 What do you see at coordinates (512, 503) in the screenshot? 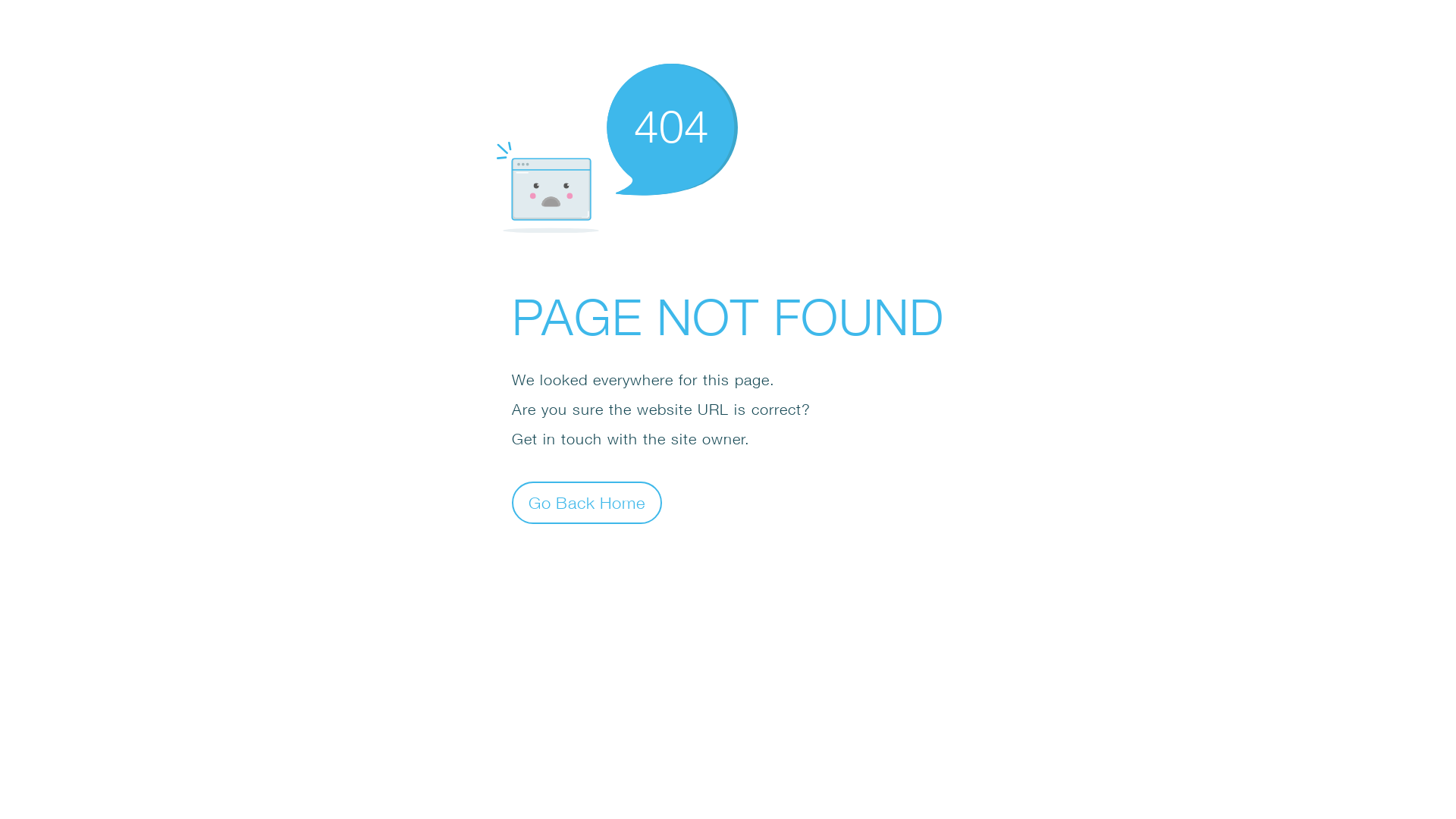
I see `'Go Back Home'` at bounding box center [512, 503].